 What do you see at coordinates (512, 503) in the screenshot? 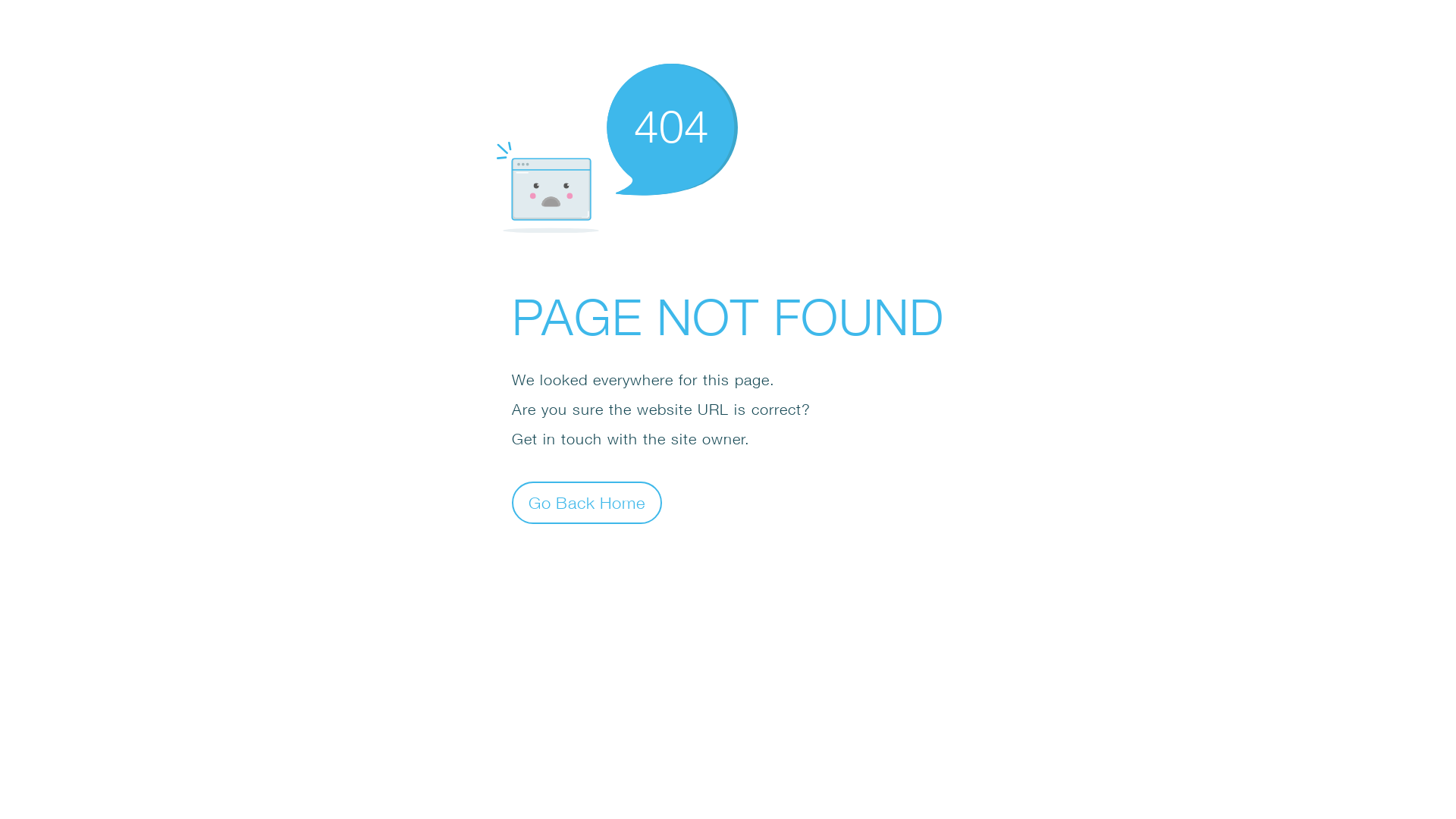
I see `'Go Back Home'` at bounding box center [512, 503].